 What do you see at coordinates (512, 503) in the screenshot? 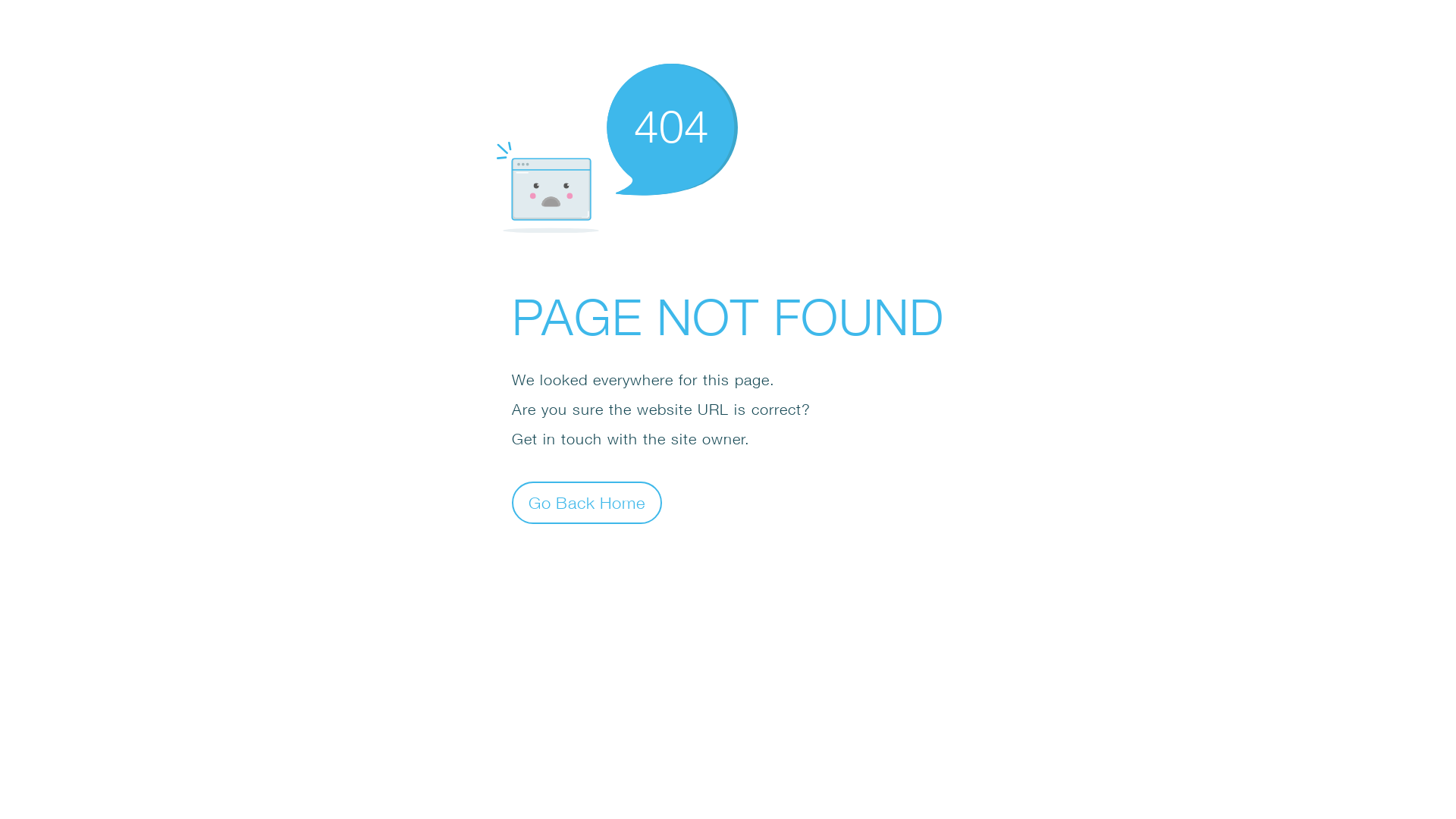
I see `'Go Back Home'` at bounding box center [512, 503].